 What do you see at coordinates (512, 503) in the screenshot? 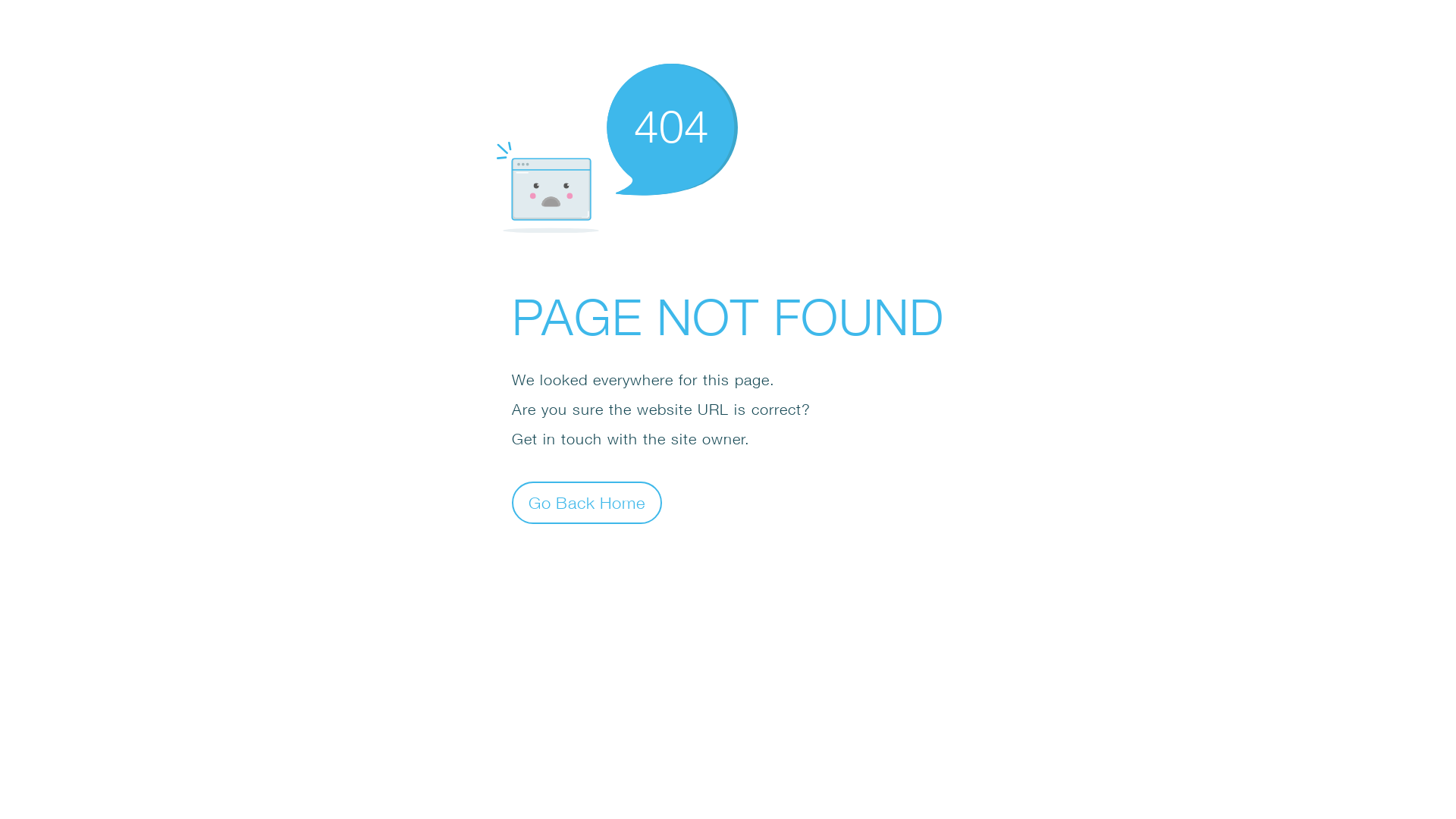
I see `'Go Back Home'` at bounding box center [512, 503].